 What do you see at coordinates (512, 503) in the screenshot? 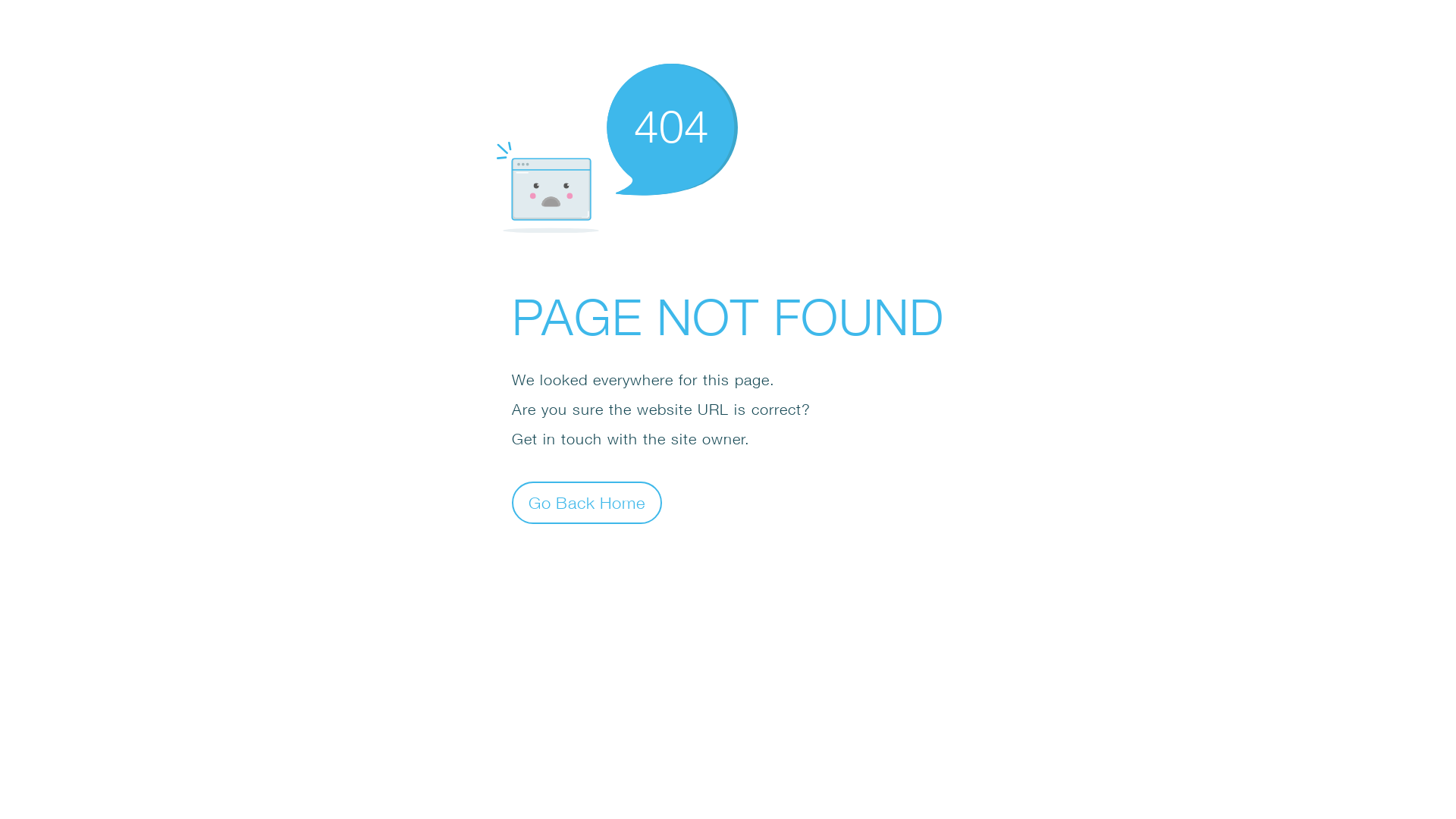
I see `'Go Back Home'` at bounding box center [512, 503].